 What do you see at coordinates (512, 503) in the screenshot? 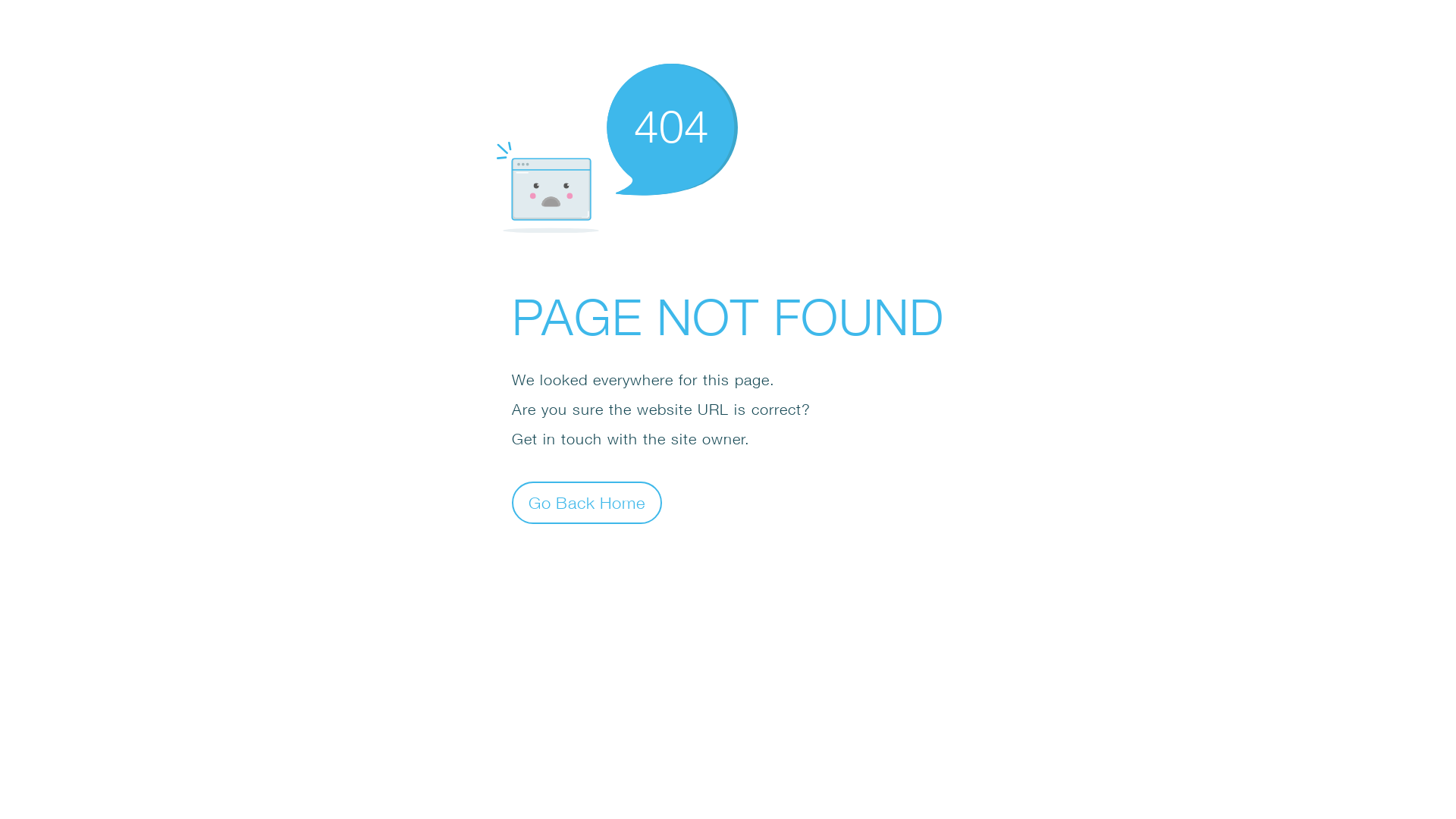
I see `'Go Back Home'` at bounding box center [512, 503].